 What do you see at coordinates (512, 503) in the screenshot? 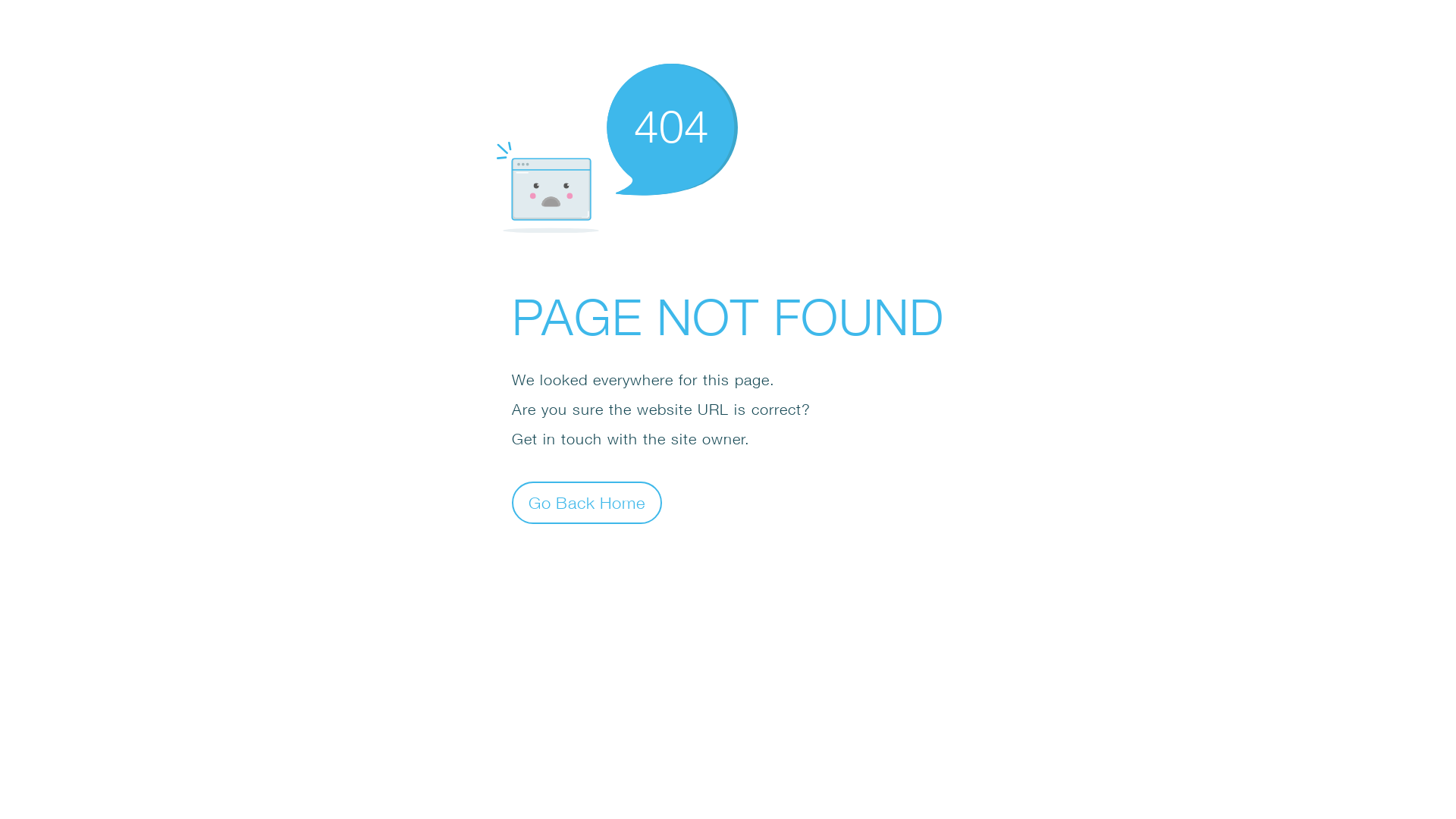
I see `'Go Back Home'` at bounding box center [512, 503].